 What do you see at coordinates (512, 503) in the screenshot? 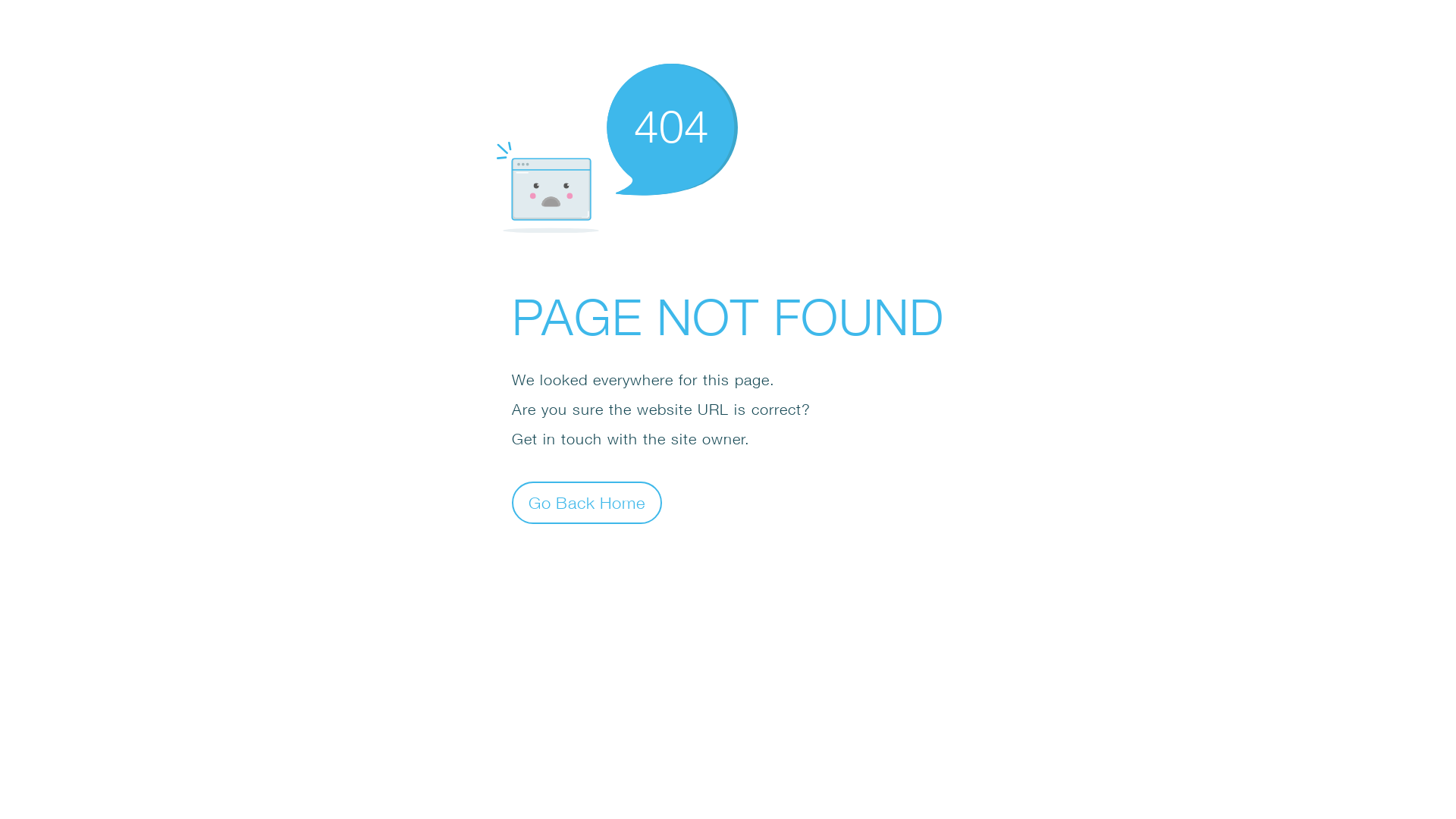
I see `'Go Back Home'` at bounding box center [512, 503].